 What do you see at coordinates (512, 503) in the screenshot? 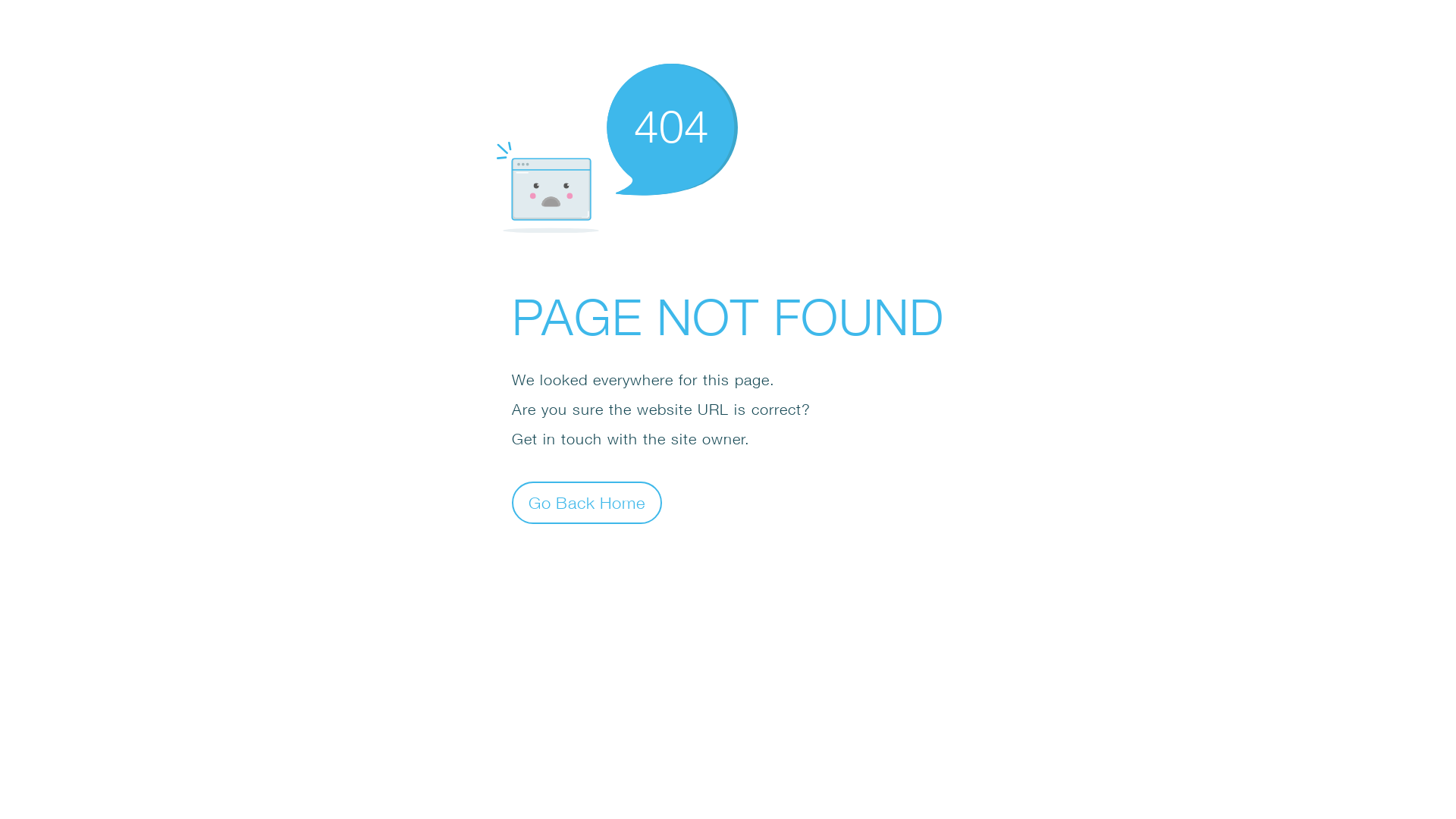
I see `'Go Back Home'` at bounding box center [512, 503].